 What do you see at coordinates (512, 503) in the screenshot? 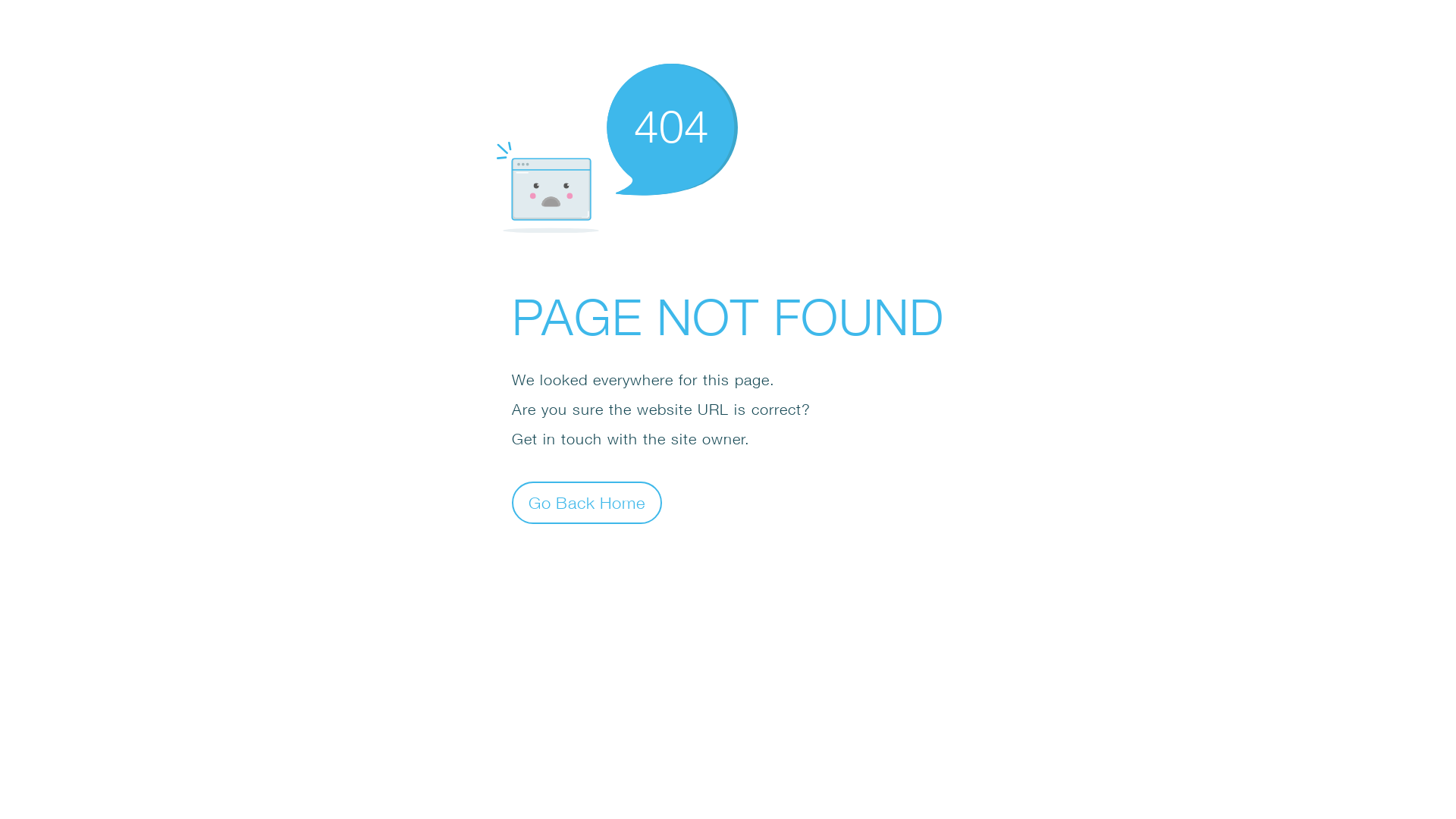
I see `'Go Back Home'` at bounding box center [512, 503].